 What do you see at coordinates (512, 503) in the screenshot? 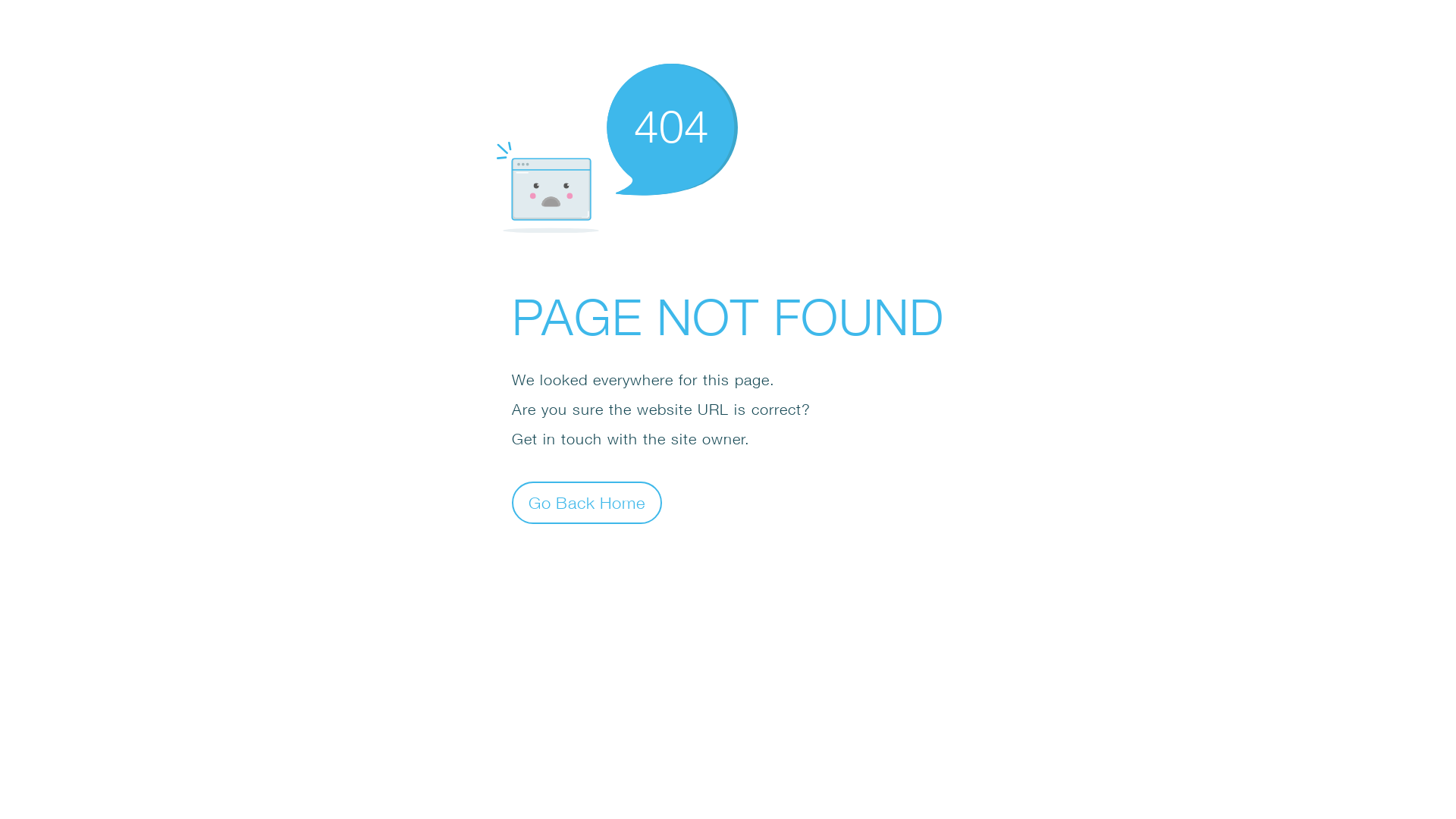
I see `'Go Back Home'` at bounding box center [512, 503].